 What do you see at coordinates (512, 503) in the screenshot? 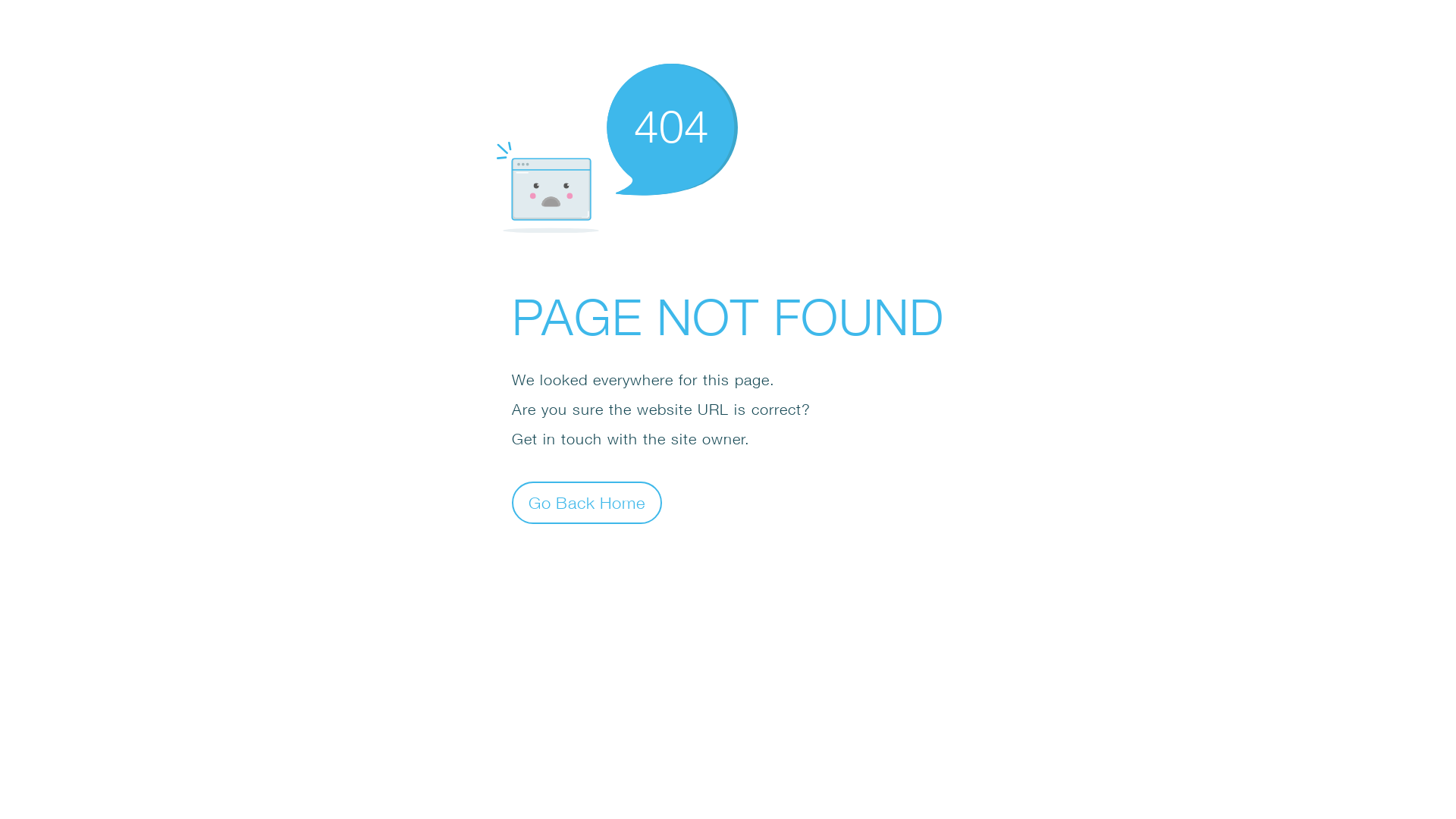
I see `'Go Back Home'` at bounding box center [512, 503].